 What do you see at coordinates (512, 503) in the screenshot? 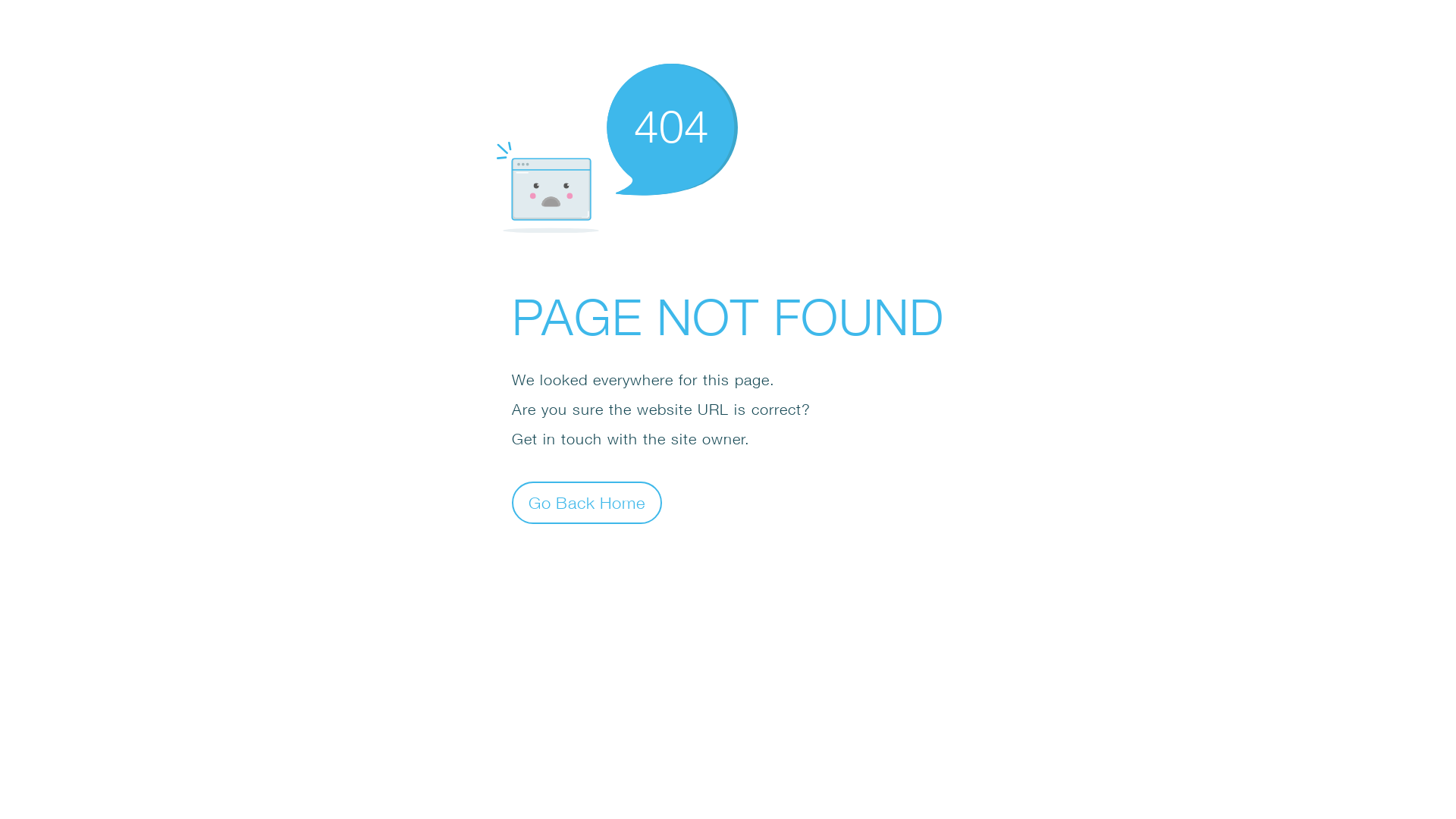
I see `'Go Back Home'` at bounding box center [512, 503].